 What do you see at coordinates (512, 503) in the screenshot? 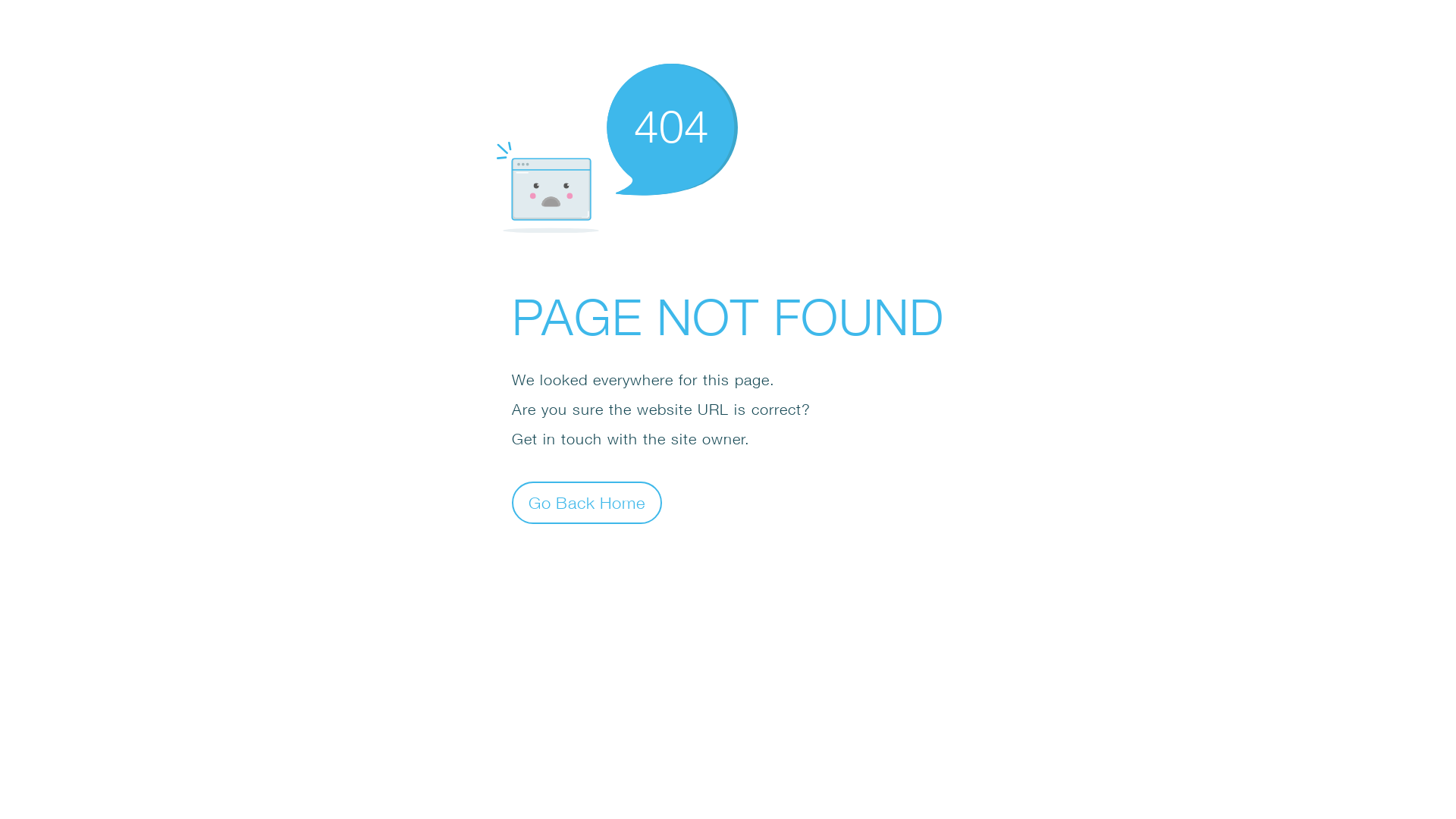
I see `'Go Back Home'` at bounding box center [512, 503].